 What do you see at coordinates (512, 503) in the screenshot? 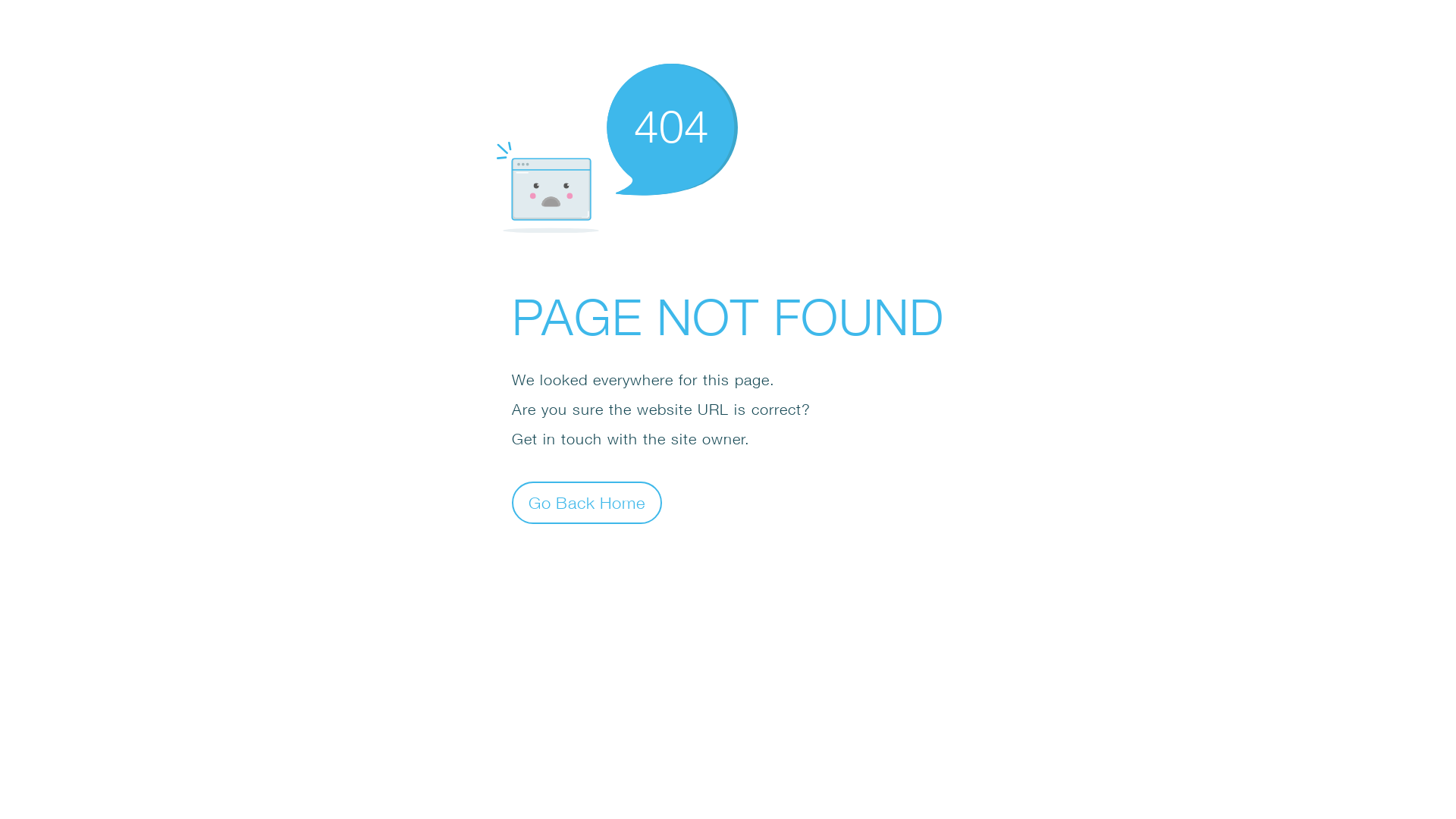
I see `'Go Back Home'` at bounding box center [512, 503].